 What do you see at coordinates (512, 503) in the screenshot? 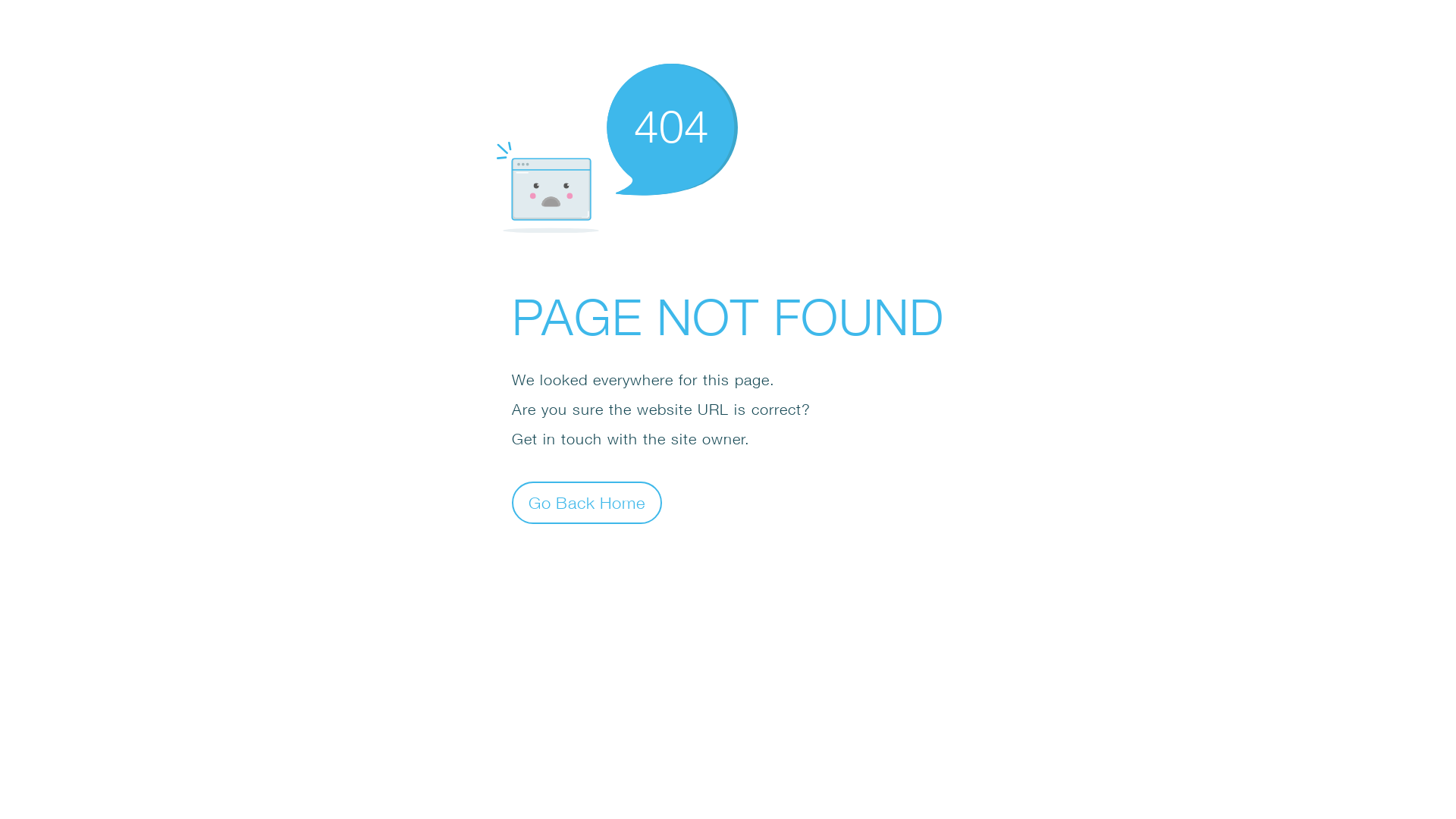
I see `'Go Back Home'` at bounding box center [512, 503].